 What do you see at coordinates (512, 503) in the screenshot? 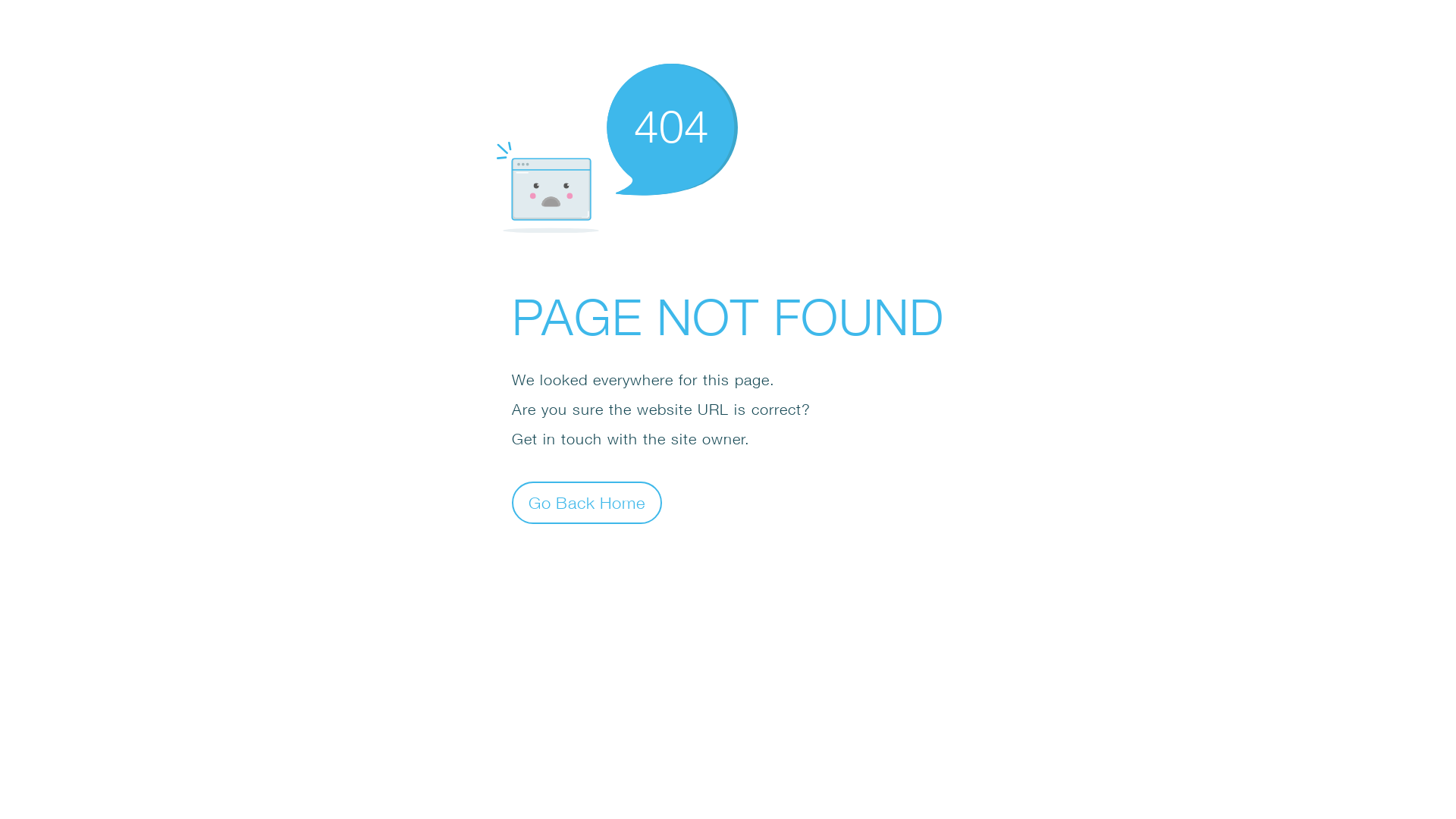
I see `'Go Back Home'` at bounding box center [512, 503].